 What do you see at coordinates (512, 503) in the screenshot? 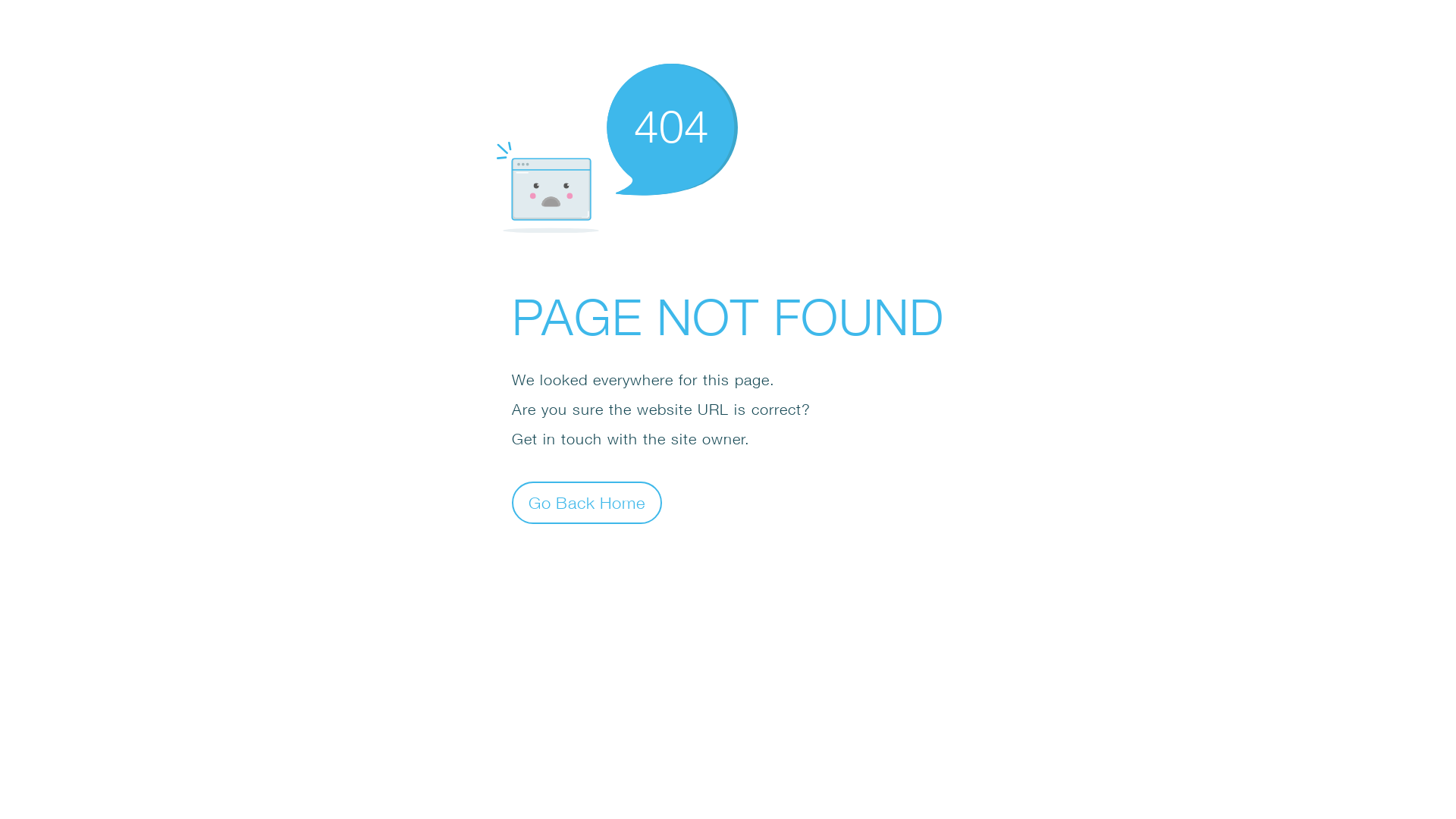
I see `'Go Back Home'` at bounding box center [512, 503].